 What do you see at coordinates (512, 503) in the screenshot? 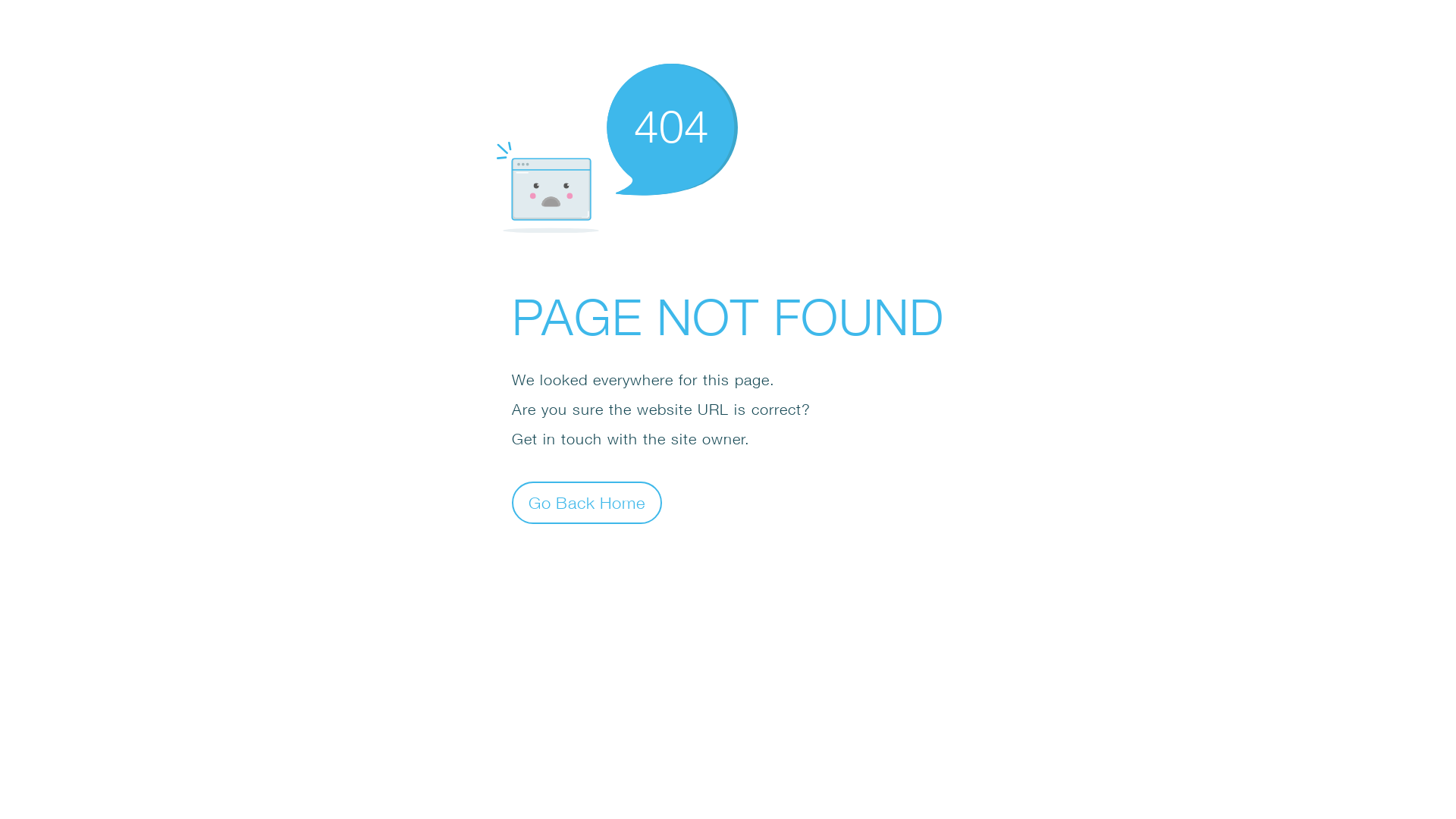
I see `'Go Back Home'` at bounding box center [512, 503].